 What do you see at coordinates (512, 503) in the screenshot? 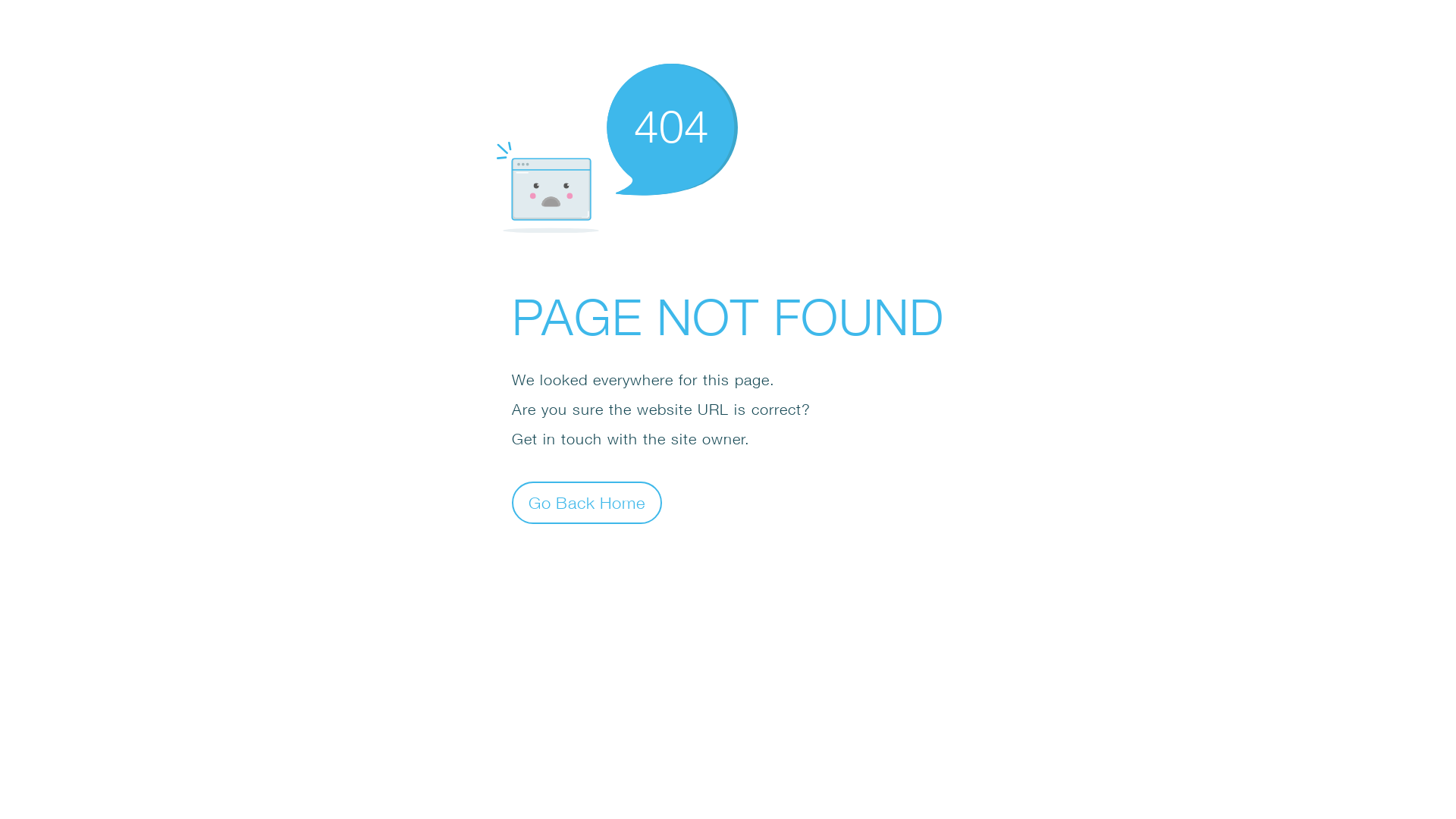
I see `'Go Back Home'` at bounding box center [512, 503].